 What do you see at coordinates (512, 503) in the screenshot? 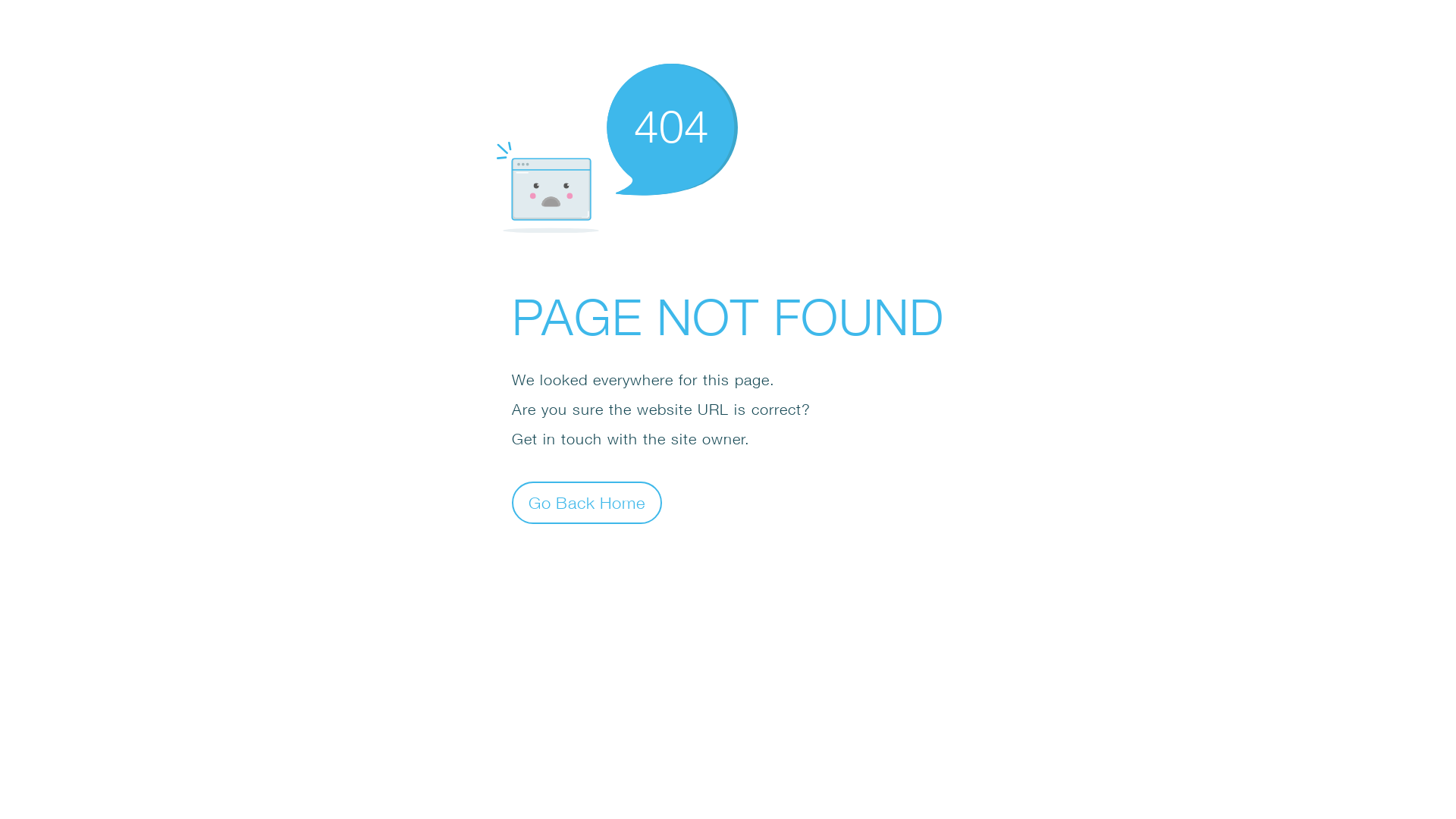
I see `'Go Back Home'` at bounding box center [512, 503].